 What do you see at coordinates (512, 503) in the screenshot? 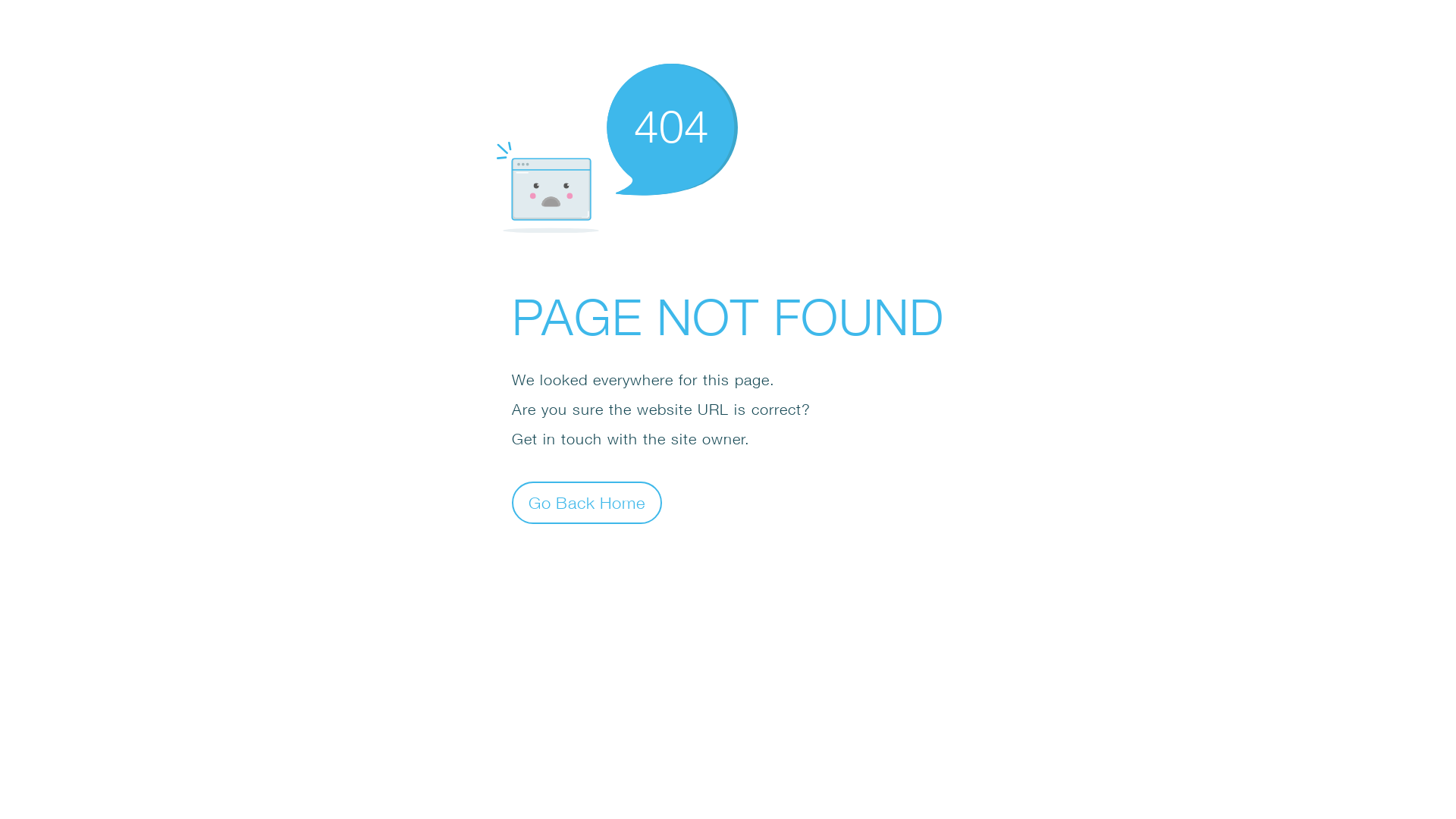
I see `'Go Back Home'` at bounding box center [512, 503].